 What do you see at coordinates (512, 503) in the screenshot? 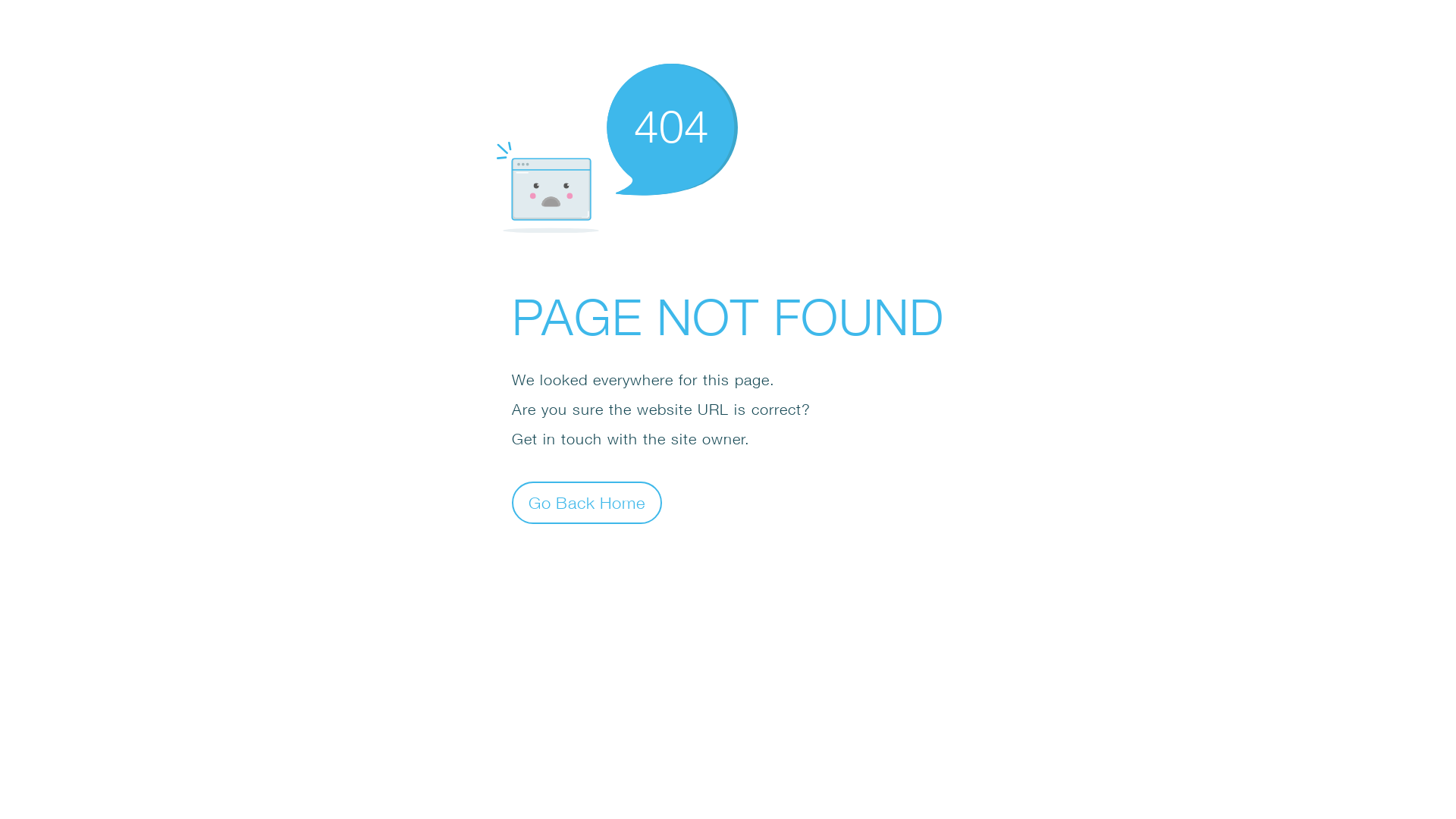
I see `'Go Back Home'` at bounding box center [512, 503].